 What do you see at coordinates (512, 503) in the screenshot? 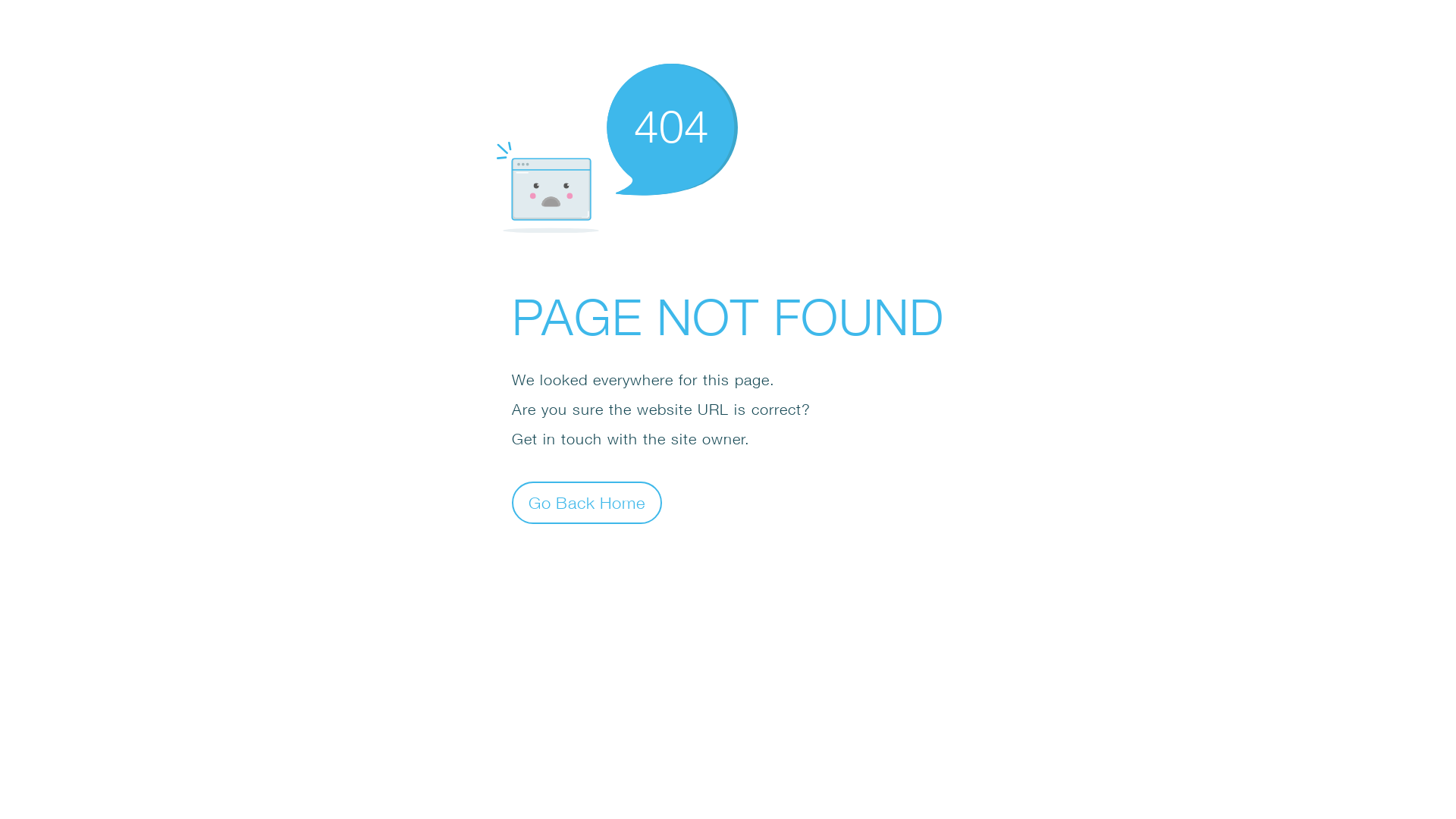
I see `'Go Back Home'` at bounding box center [512, 503].